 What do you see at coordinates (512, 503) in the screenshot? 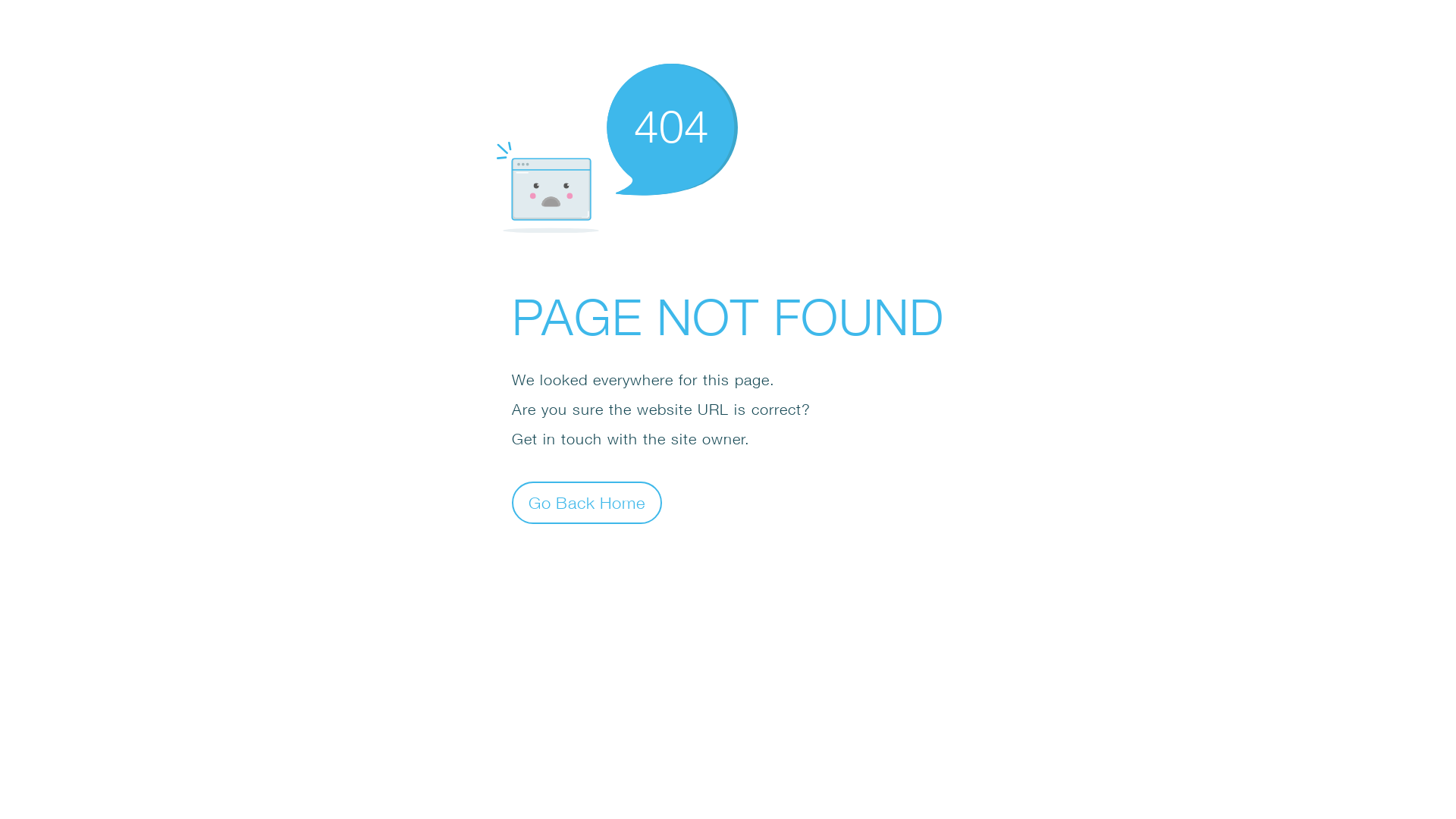
I see `'Go Back Home'` at bounding box center [512, 503].